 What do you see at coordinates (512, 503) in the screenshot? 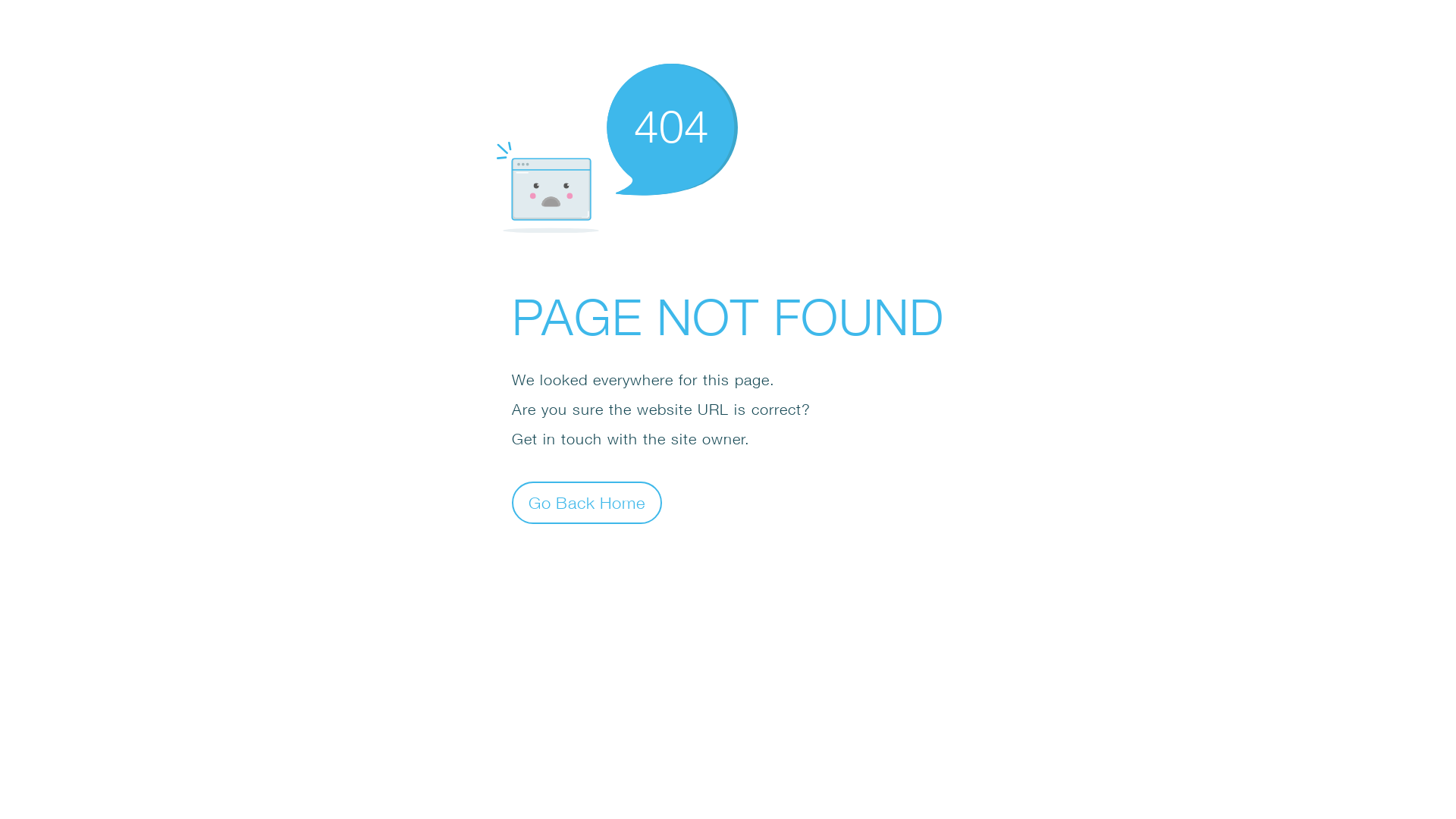
I see `'Go Back Home'` at bounding box center [512, 503].